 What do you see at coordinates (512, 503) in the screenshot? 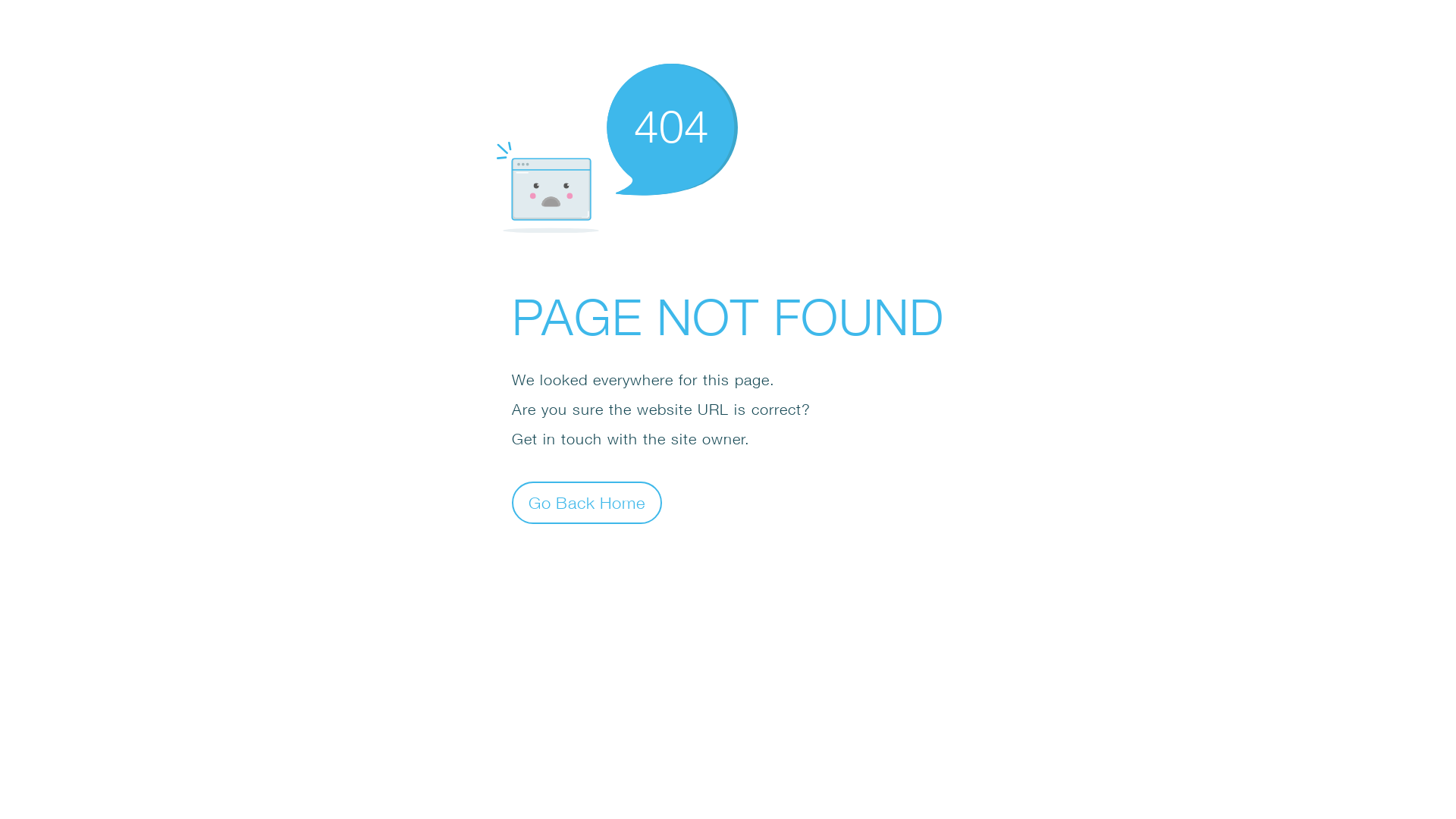
I see `'Go Back Home'` at bounding box center [512, 503].